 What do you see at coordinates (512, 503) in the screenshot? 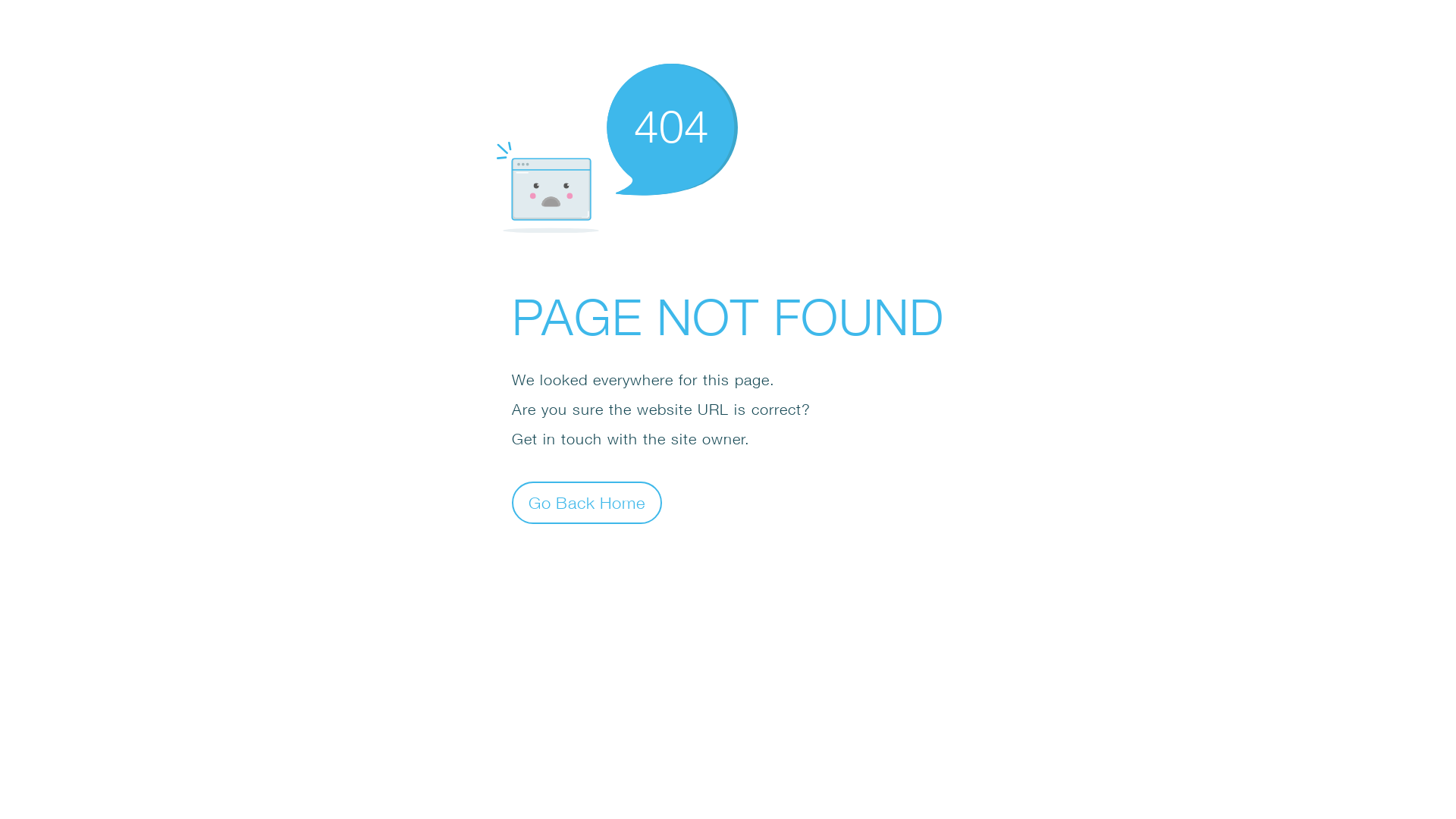
I see `'Go Back Home'` at bounding box center [512, 503].